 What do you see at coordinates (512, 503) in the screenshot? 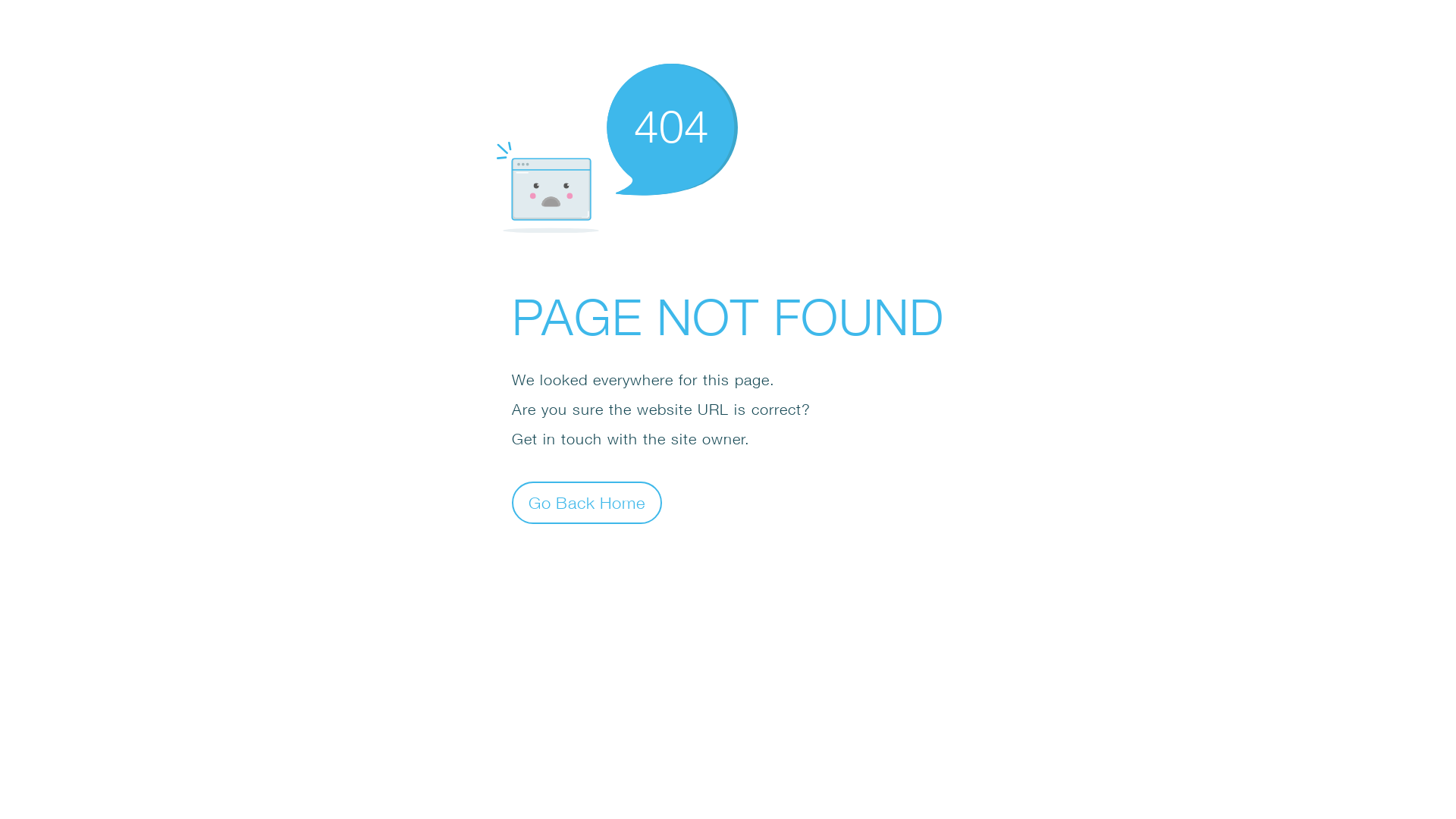
I see `'Go Back Home'` at bounding box center [512, 503].